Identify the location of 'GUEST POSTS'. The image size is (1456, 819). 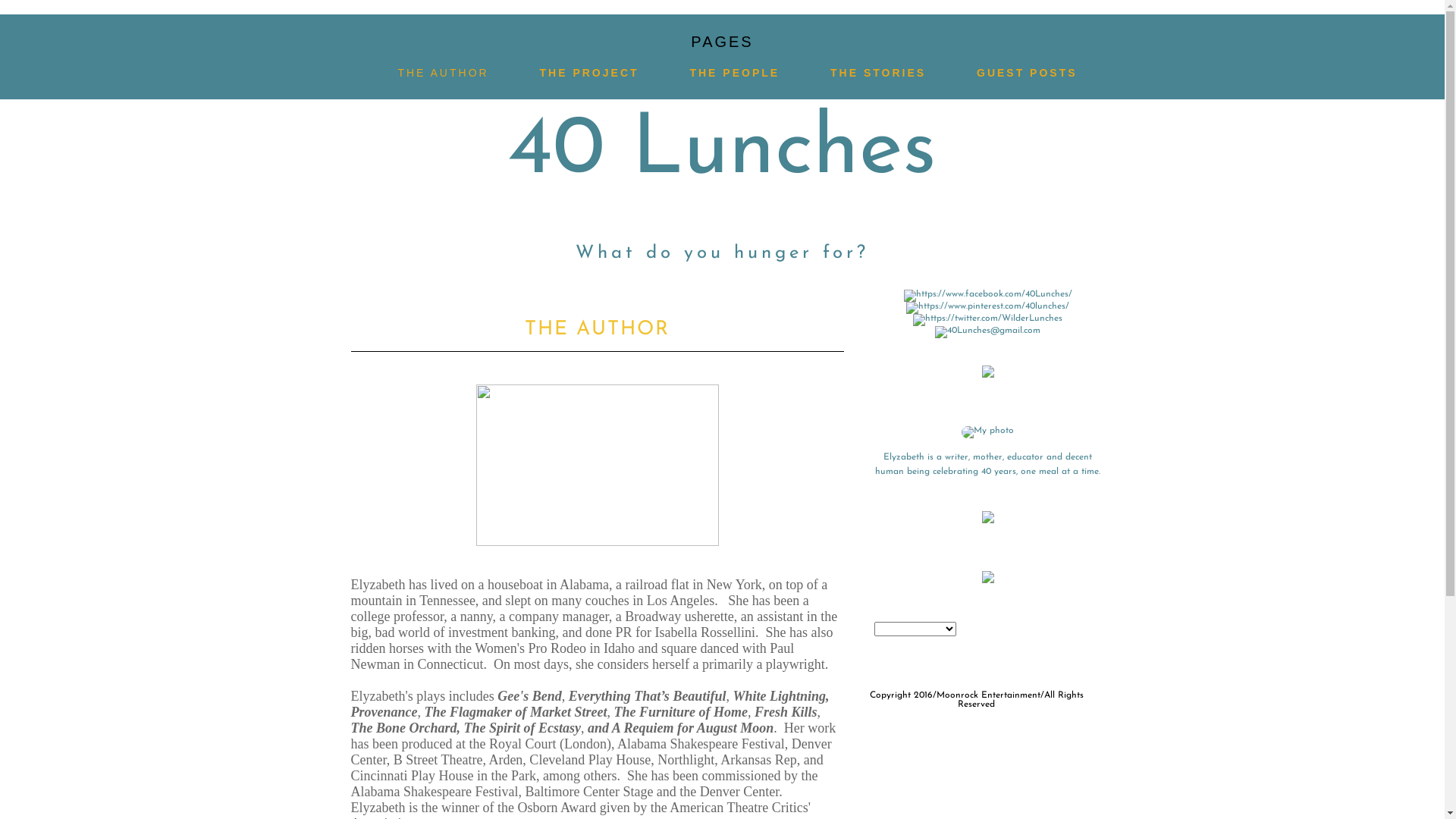
(976, 73).